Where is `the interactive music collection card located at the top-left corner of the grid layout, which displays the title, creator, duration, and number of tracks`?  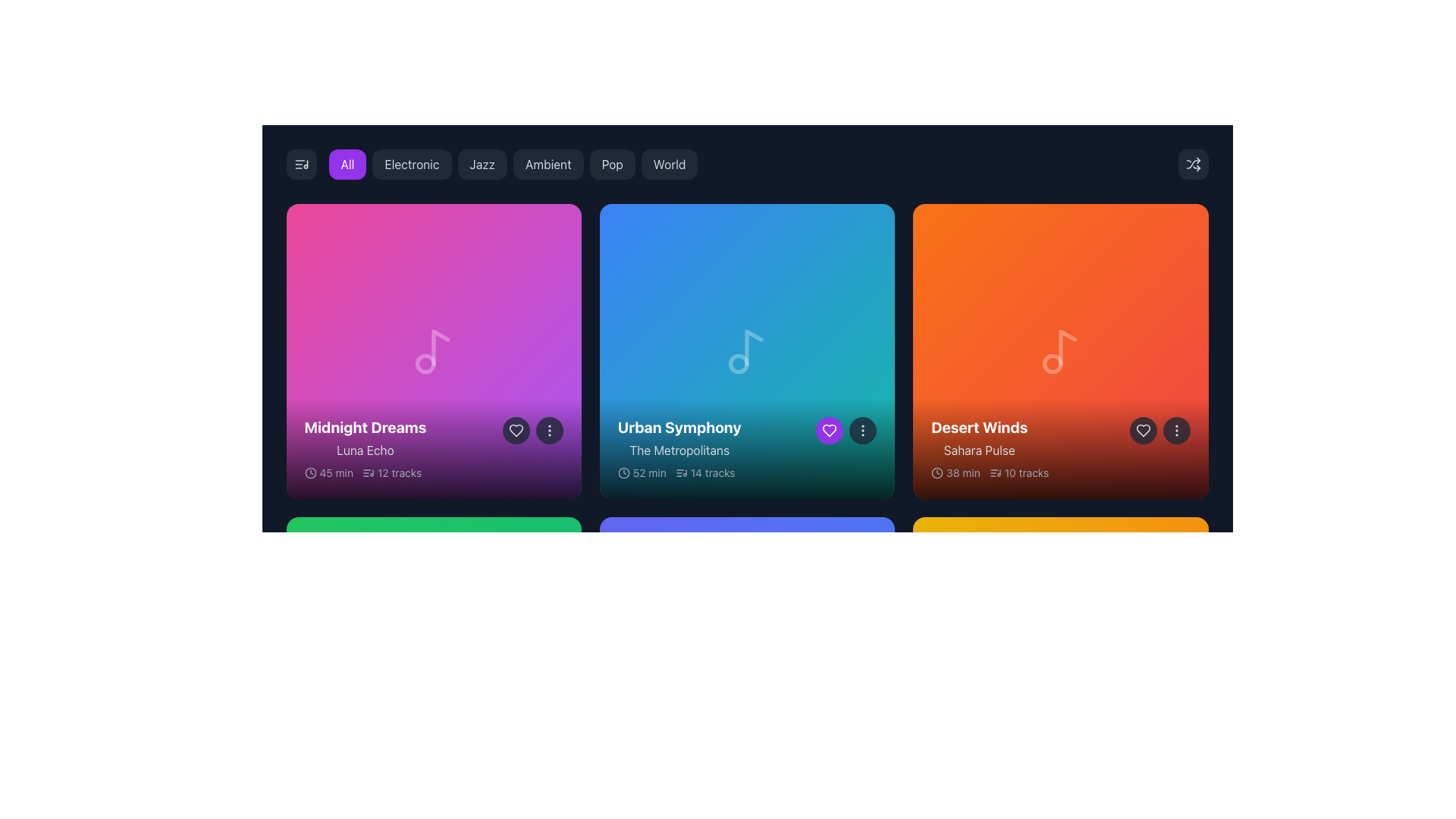 the interactive music collection card located at the top-left corner of the grid layout, which displays the title, creator, duration, and number of tracks is located at coordinates (433, 351).